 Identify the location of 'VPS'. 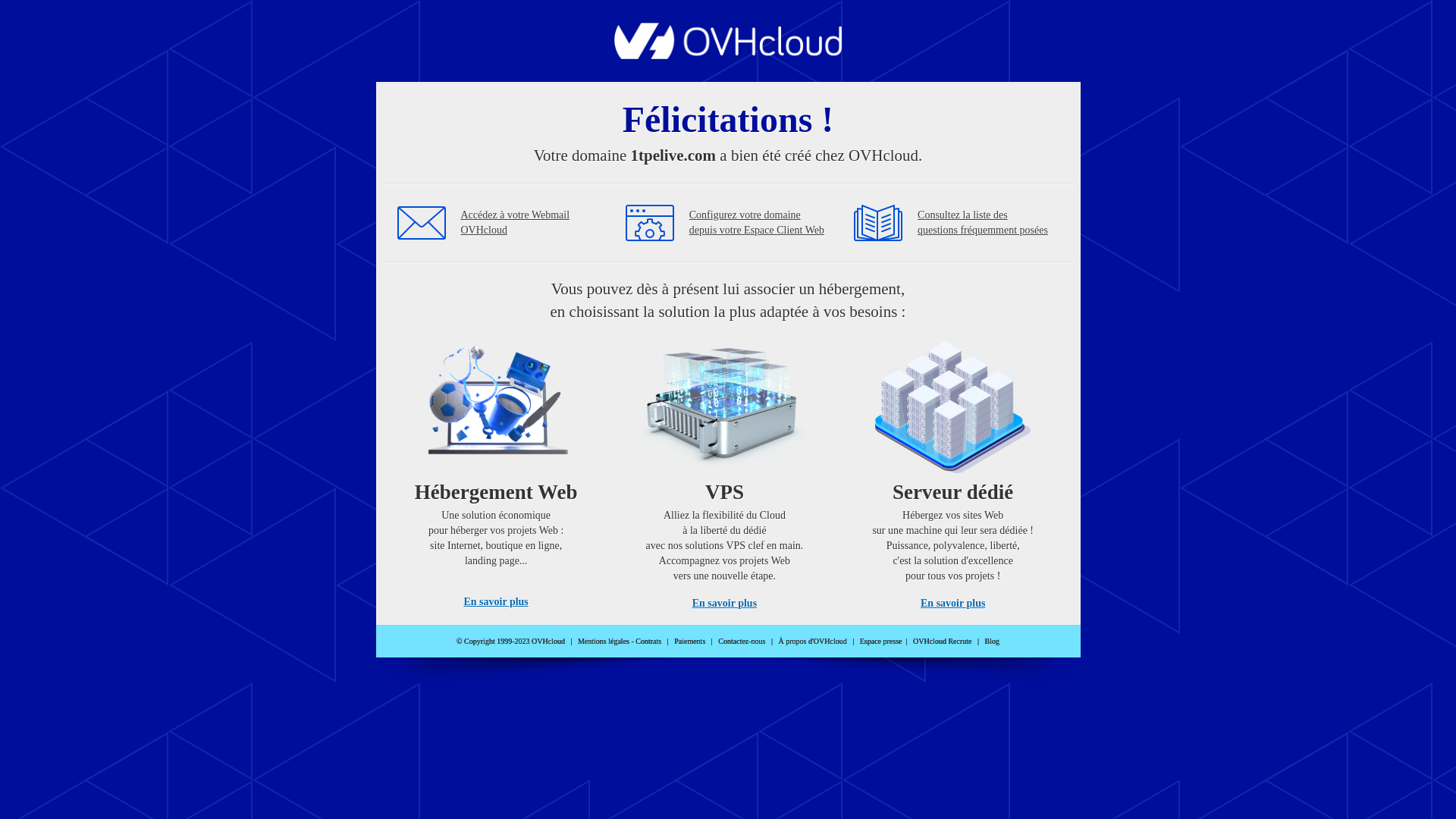
(723, 469).